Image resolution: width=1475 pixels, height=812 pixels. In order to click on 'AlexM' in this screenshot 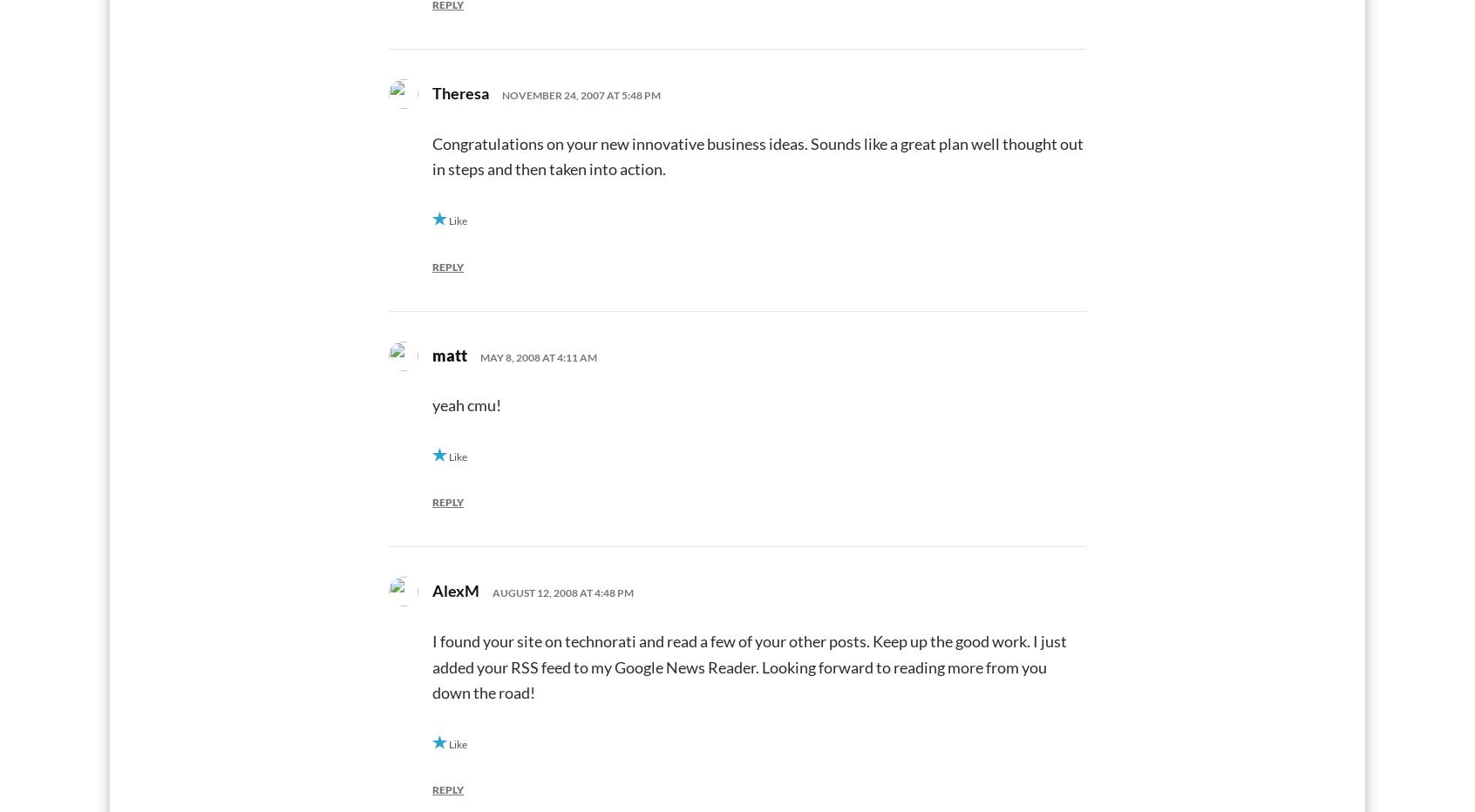, I will do `click(455, 591)`.